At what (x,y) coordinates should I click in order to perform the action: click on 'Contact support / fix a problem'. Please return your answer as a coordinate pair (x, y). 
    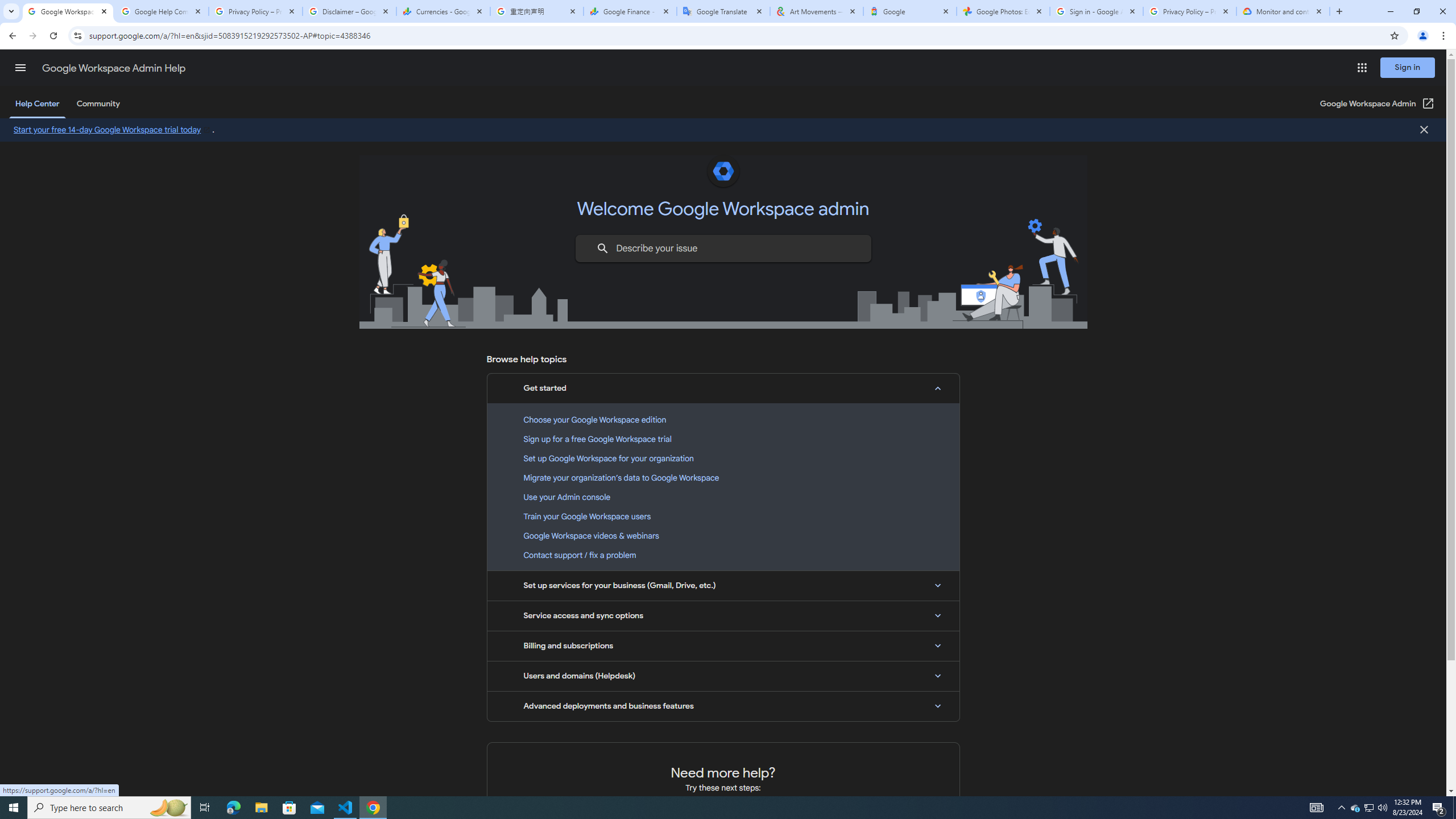
    Looking at the image, I should click on (723, 555).